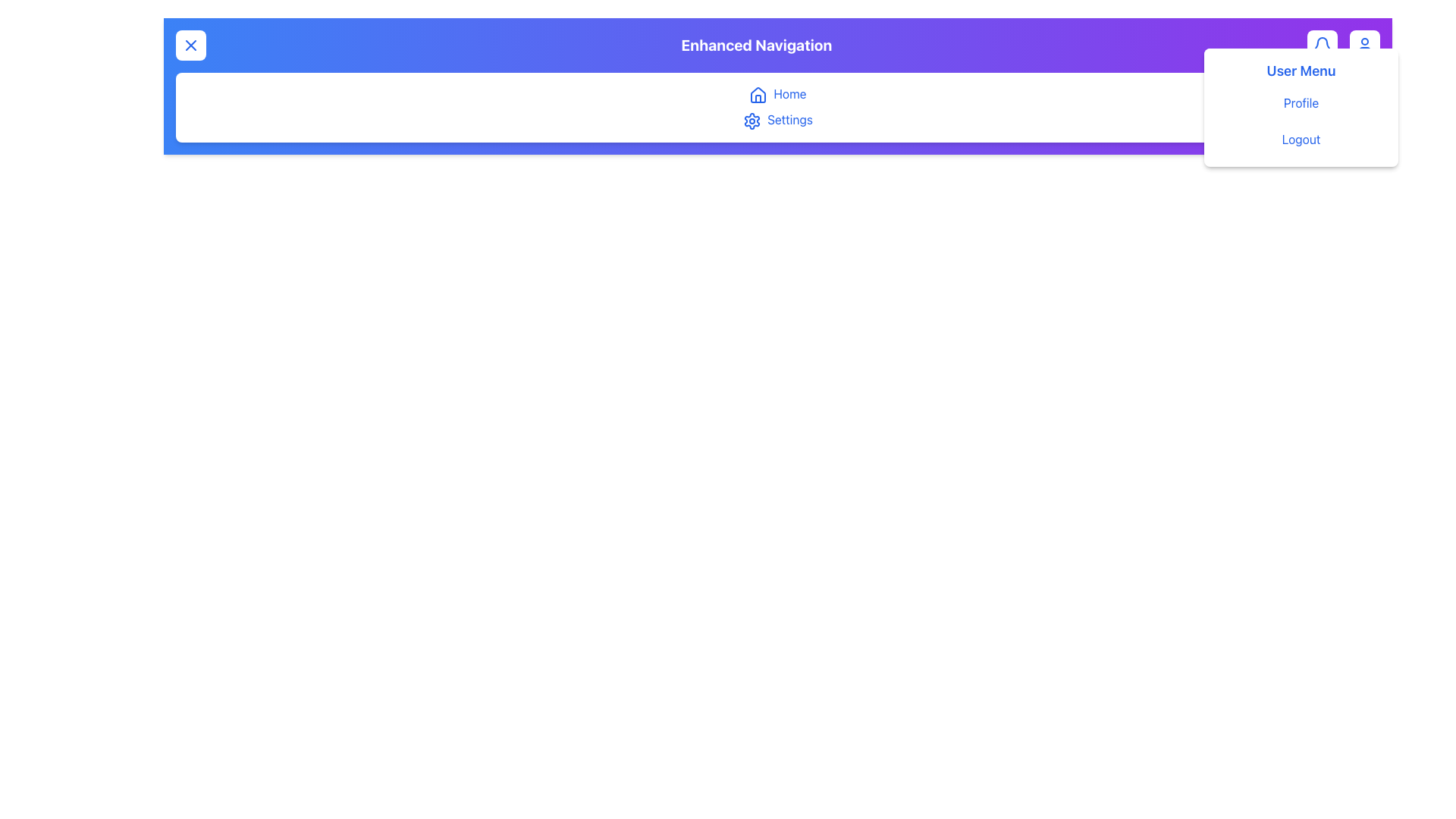 This screenshot has height=819, width=1456. Describe the element at coordinates (1320, 42) in the screenshot. I see `the notification bell icon located in the top-right corner of the interface` at that location.